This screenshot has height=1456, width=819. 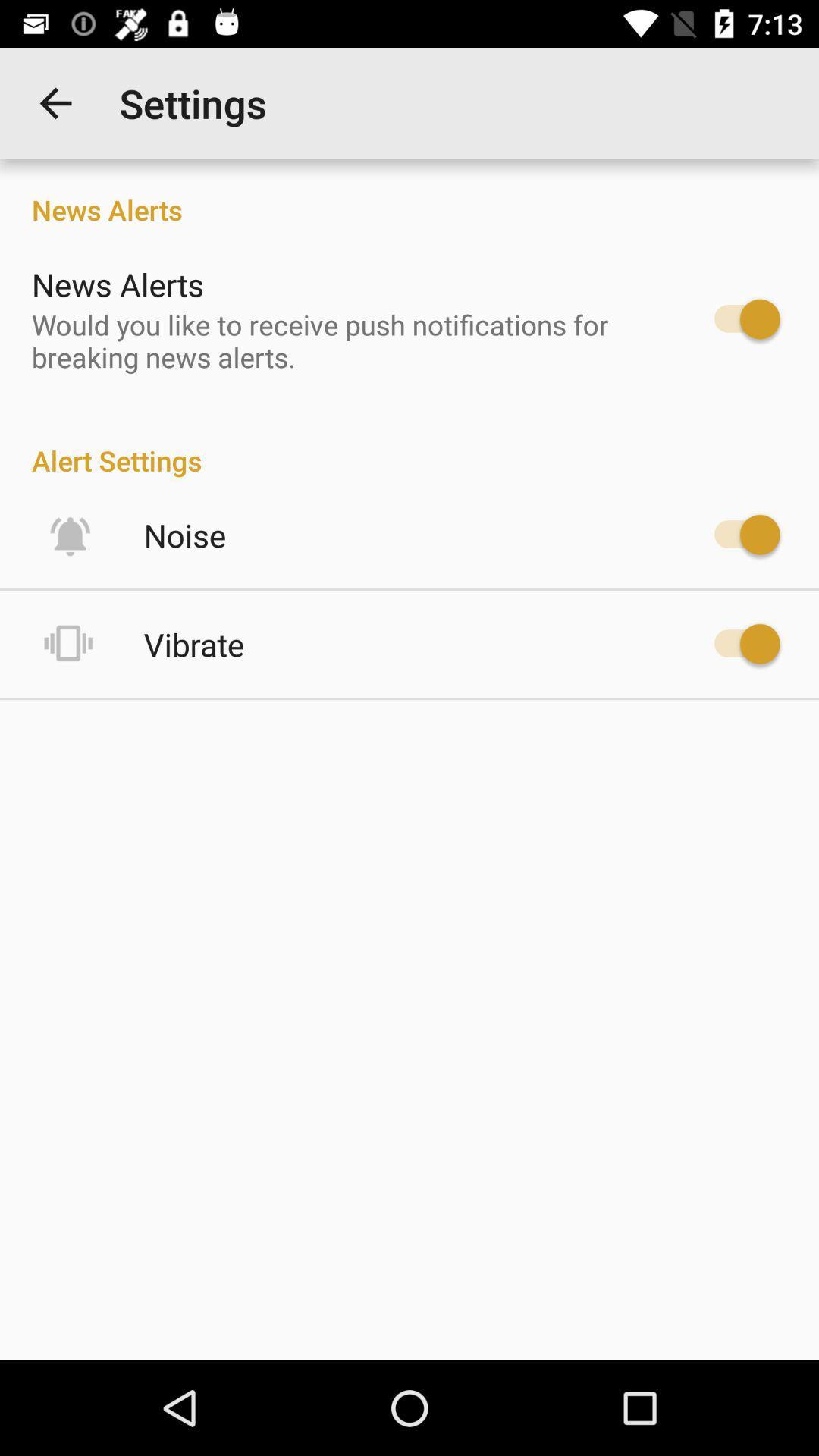 What do you see at coordinates (346, 340) in the screenshot?
I see `item above alert settings` at bounding box center [346, 340].